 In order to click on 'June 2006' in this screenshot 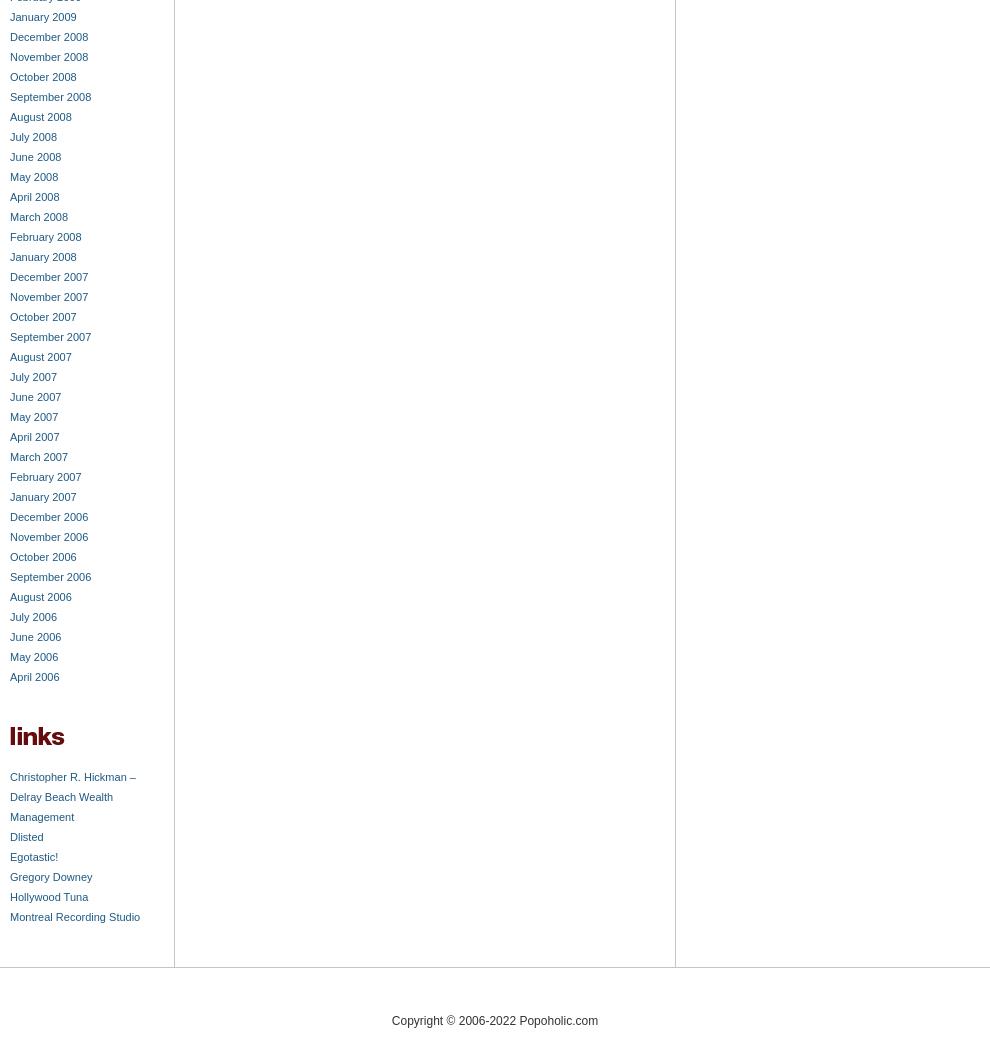, I will do `click(34, 635)`.